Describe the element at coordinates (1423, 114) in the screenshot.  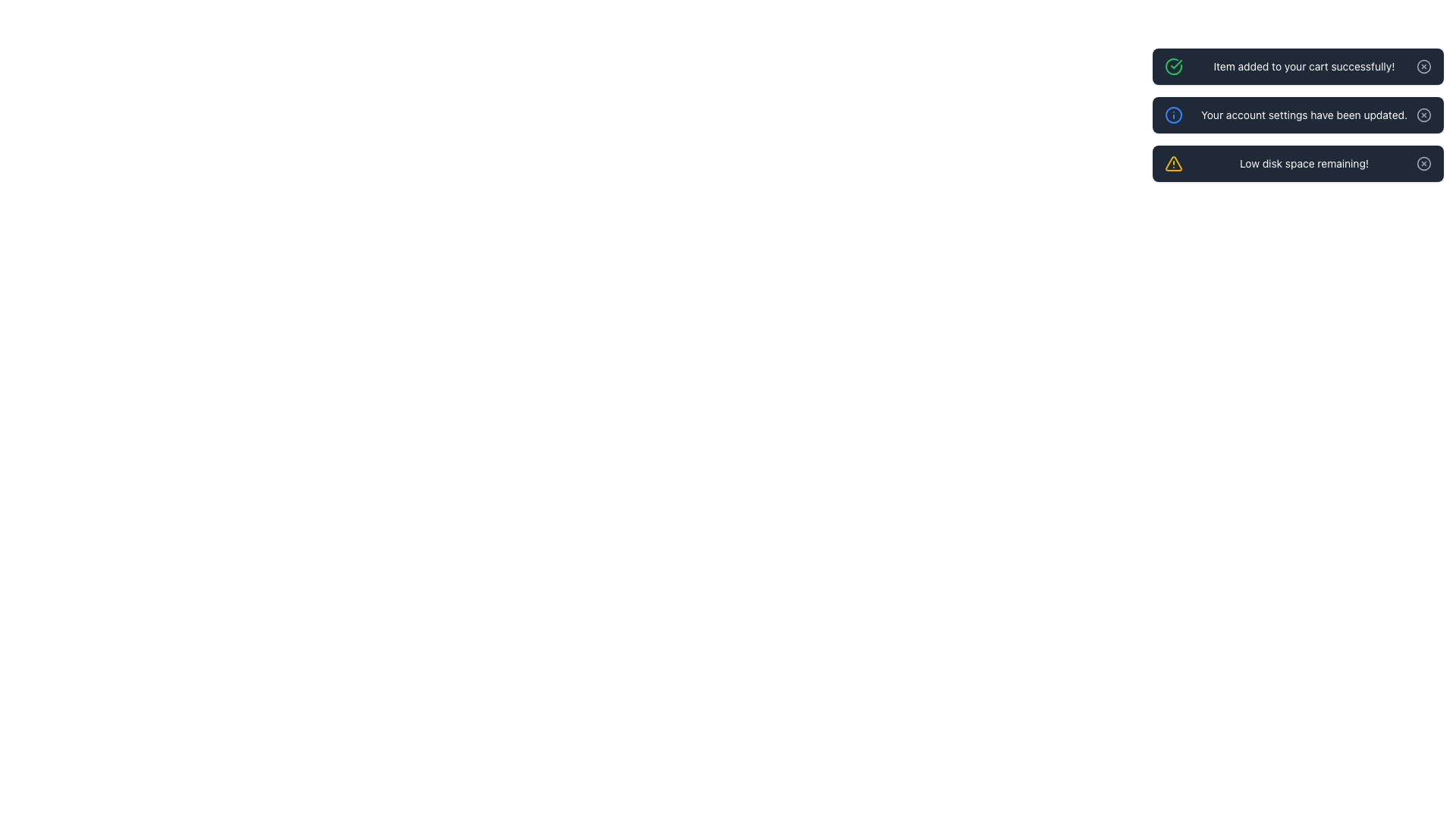
I see `the close button on the notification labeled 'Your account settings have been updated'` at that location.